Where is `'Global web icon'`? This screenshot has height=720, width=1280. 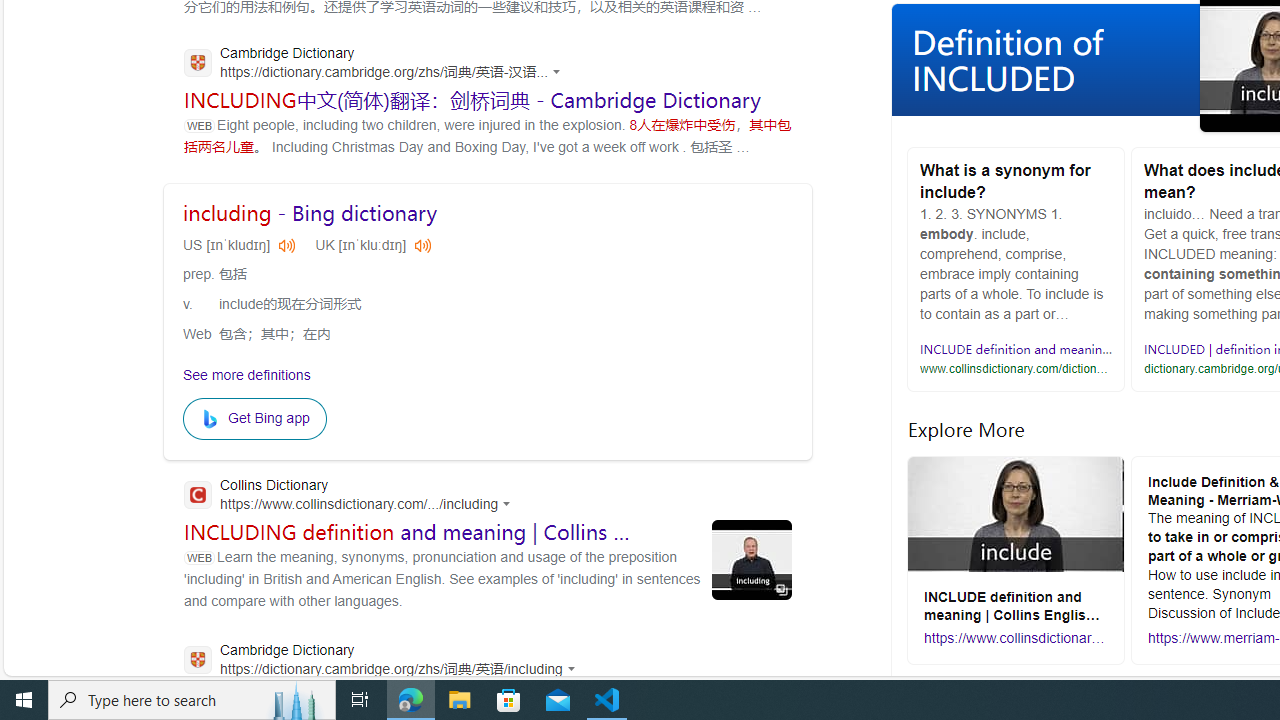
'Global web icon' is located at coordinates (197, 659).